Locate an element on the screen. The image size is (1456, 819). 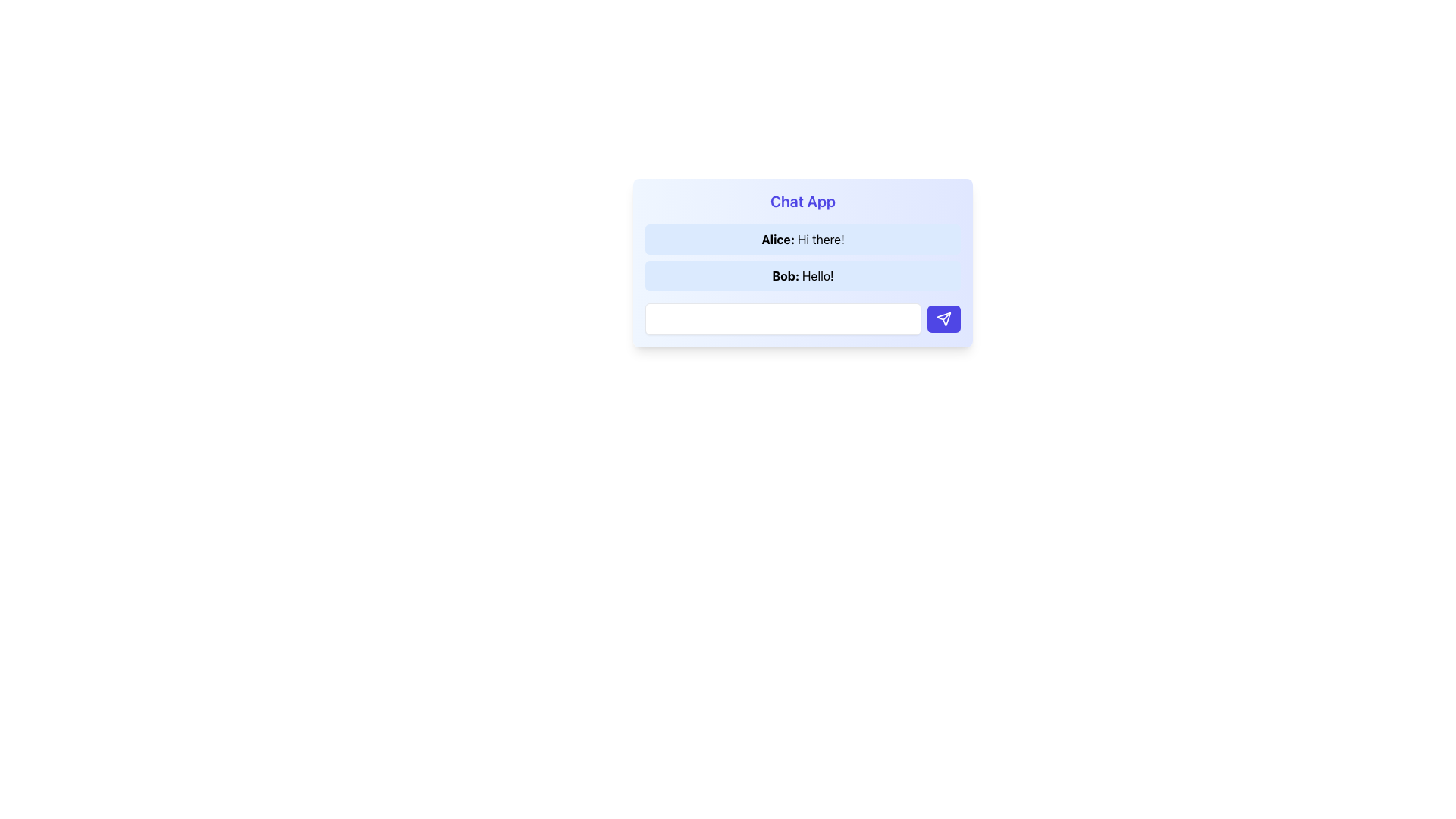
the send message icon located within the blue circular button in the bottom-right corner of the chat interface is located at coordinates (943, 318).